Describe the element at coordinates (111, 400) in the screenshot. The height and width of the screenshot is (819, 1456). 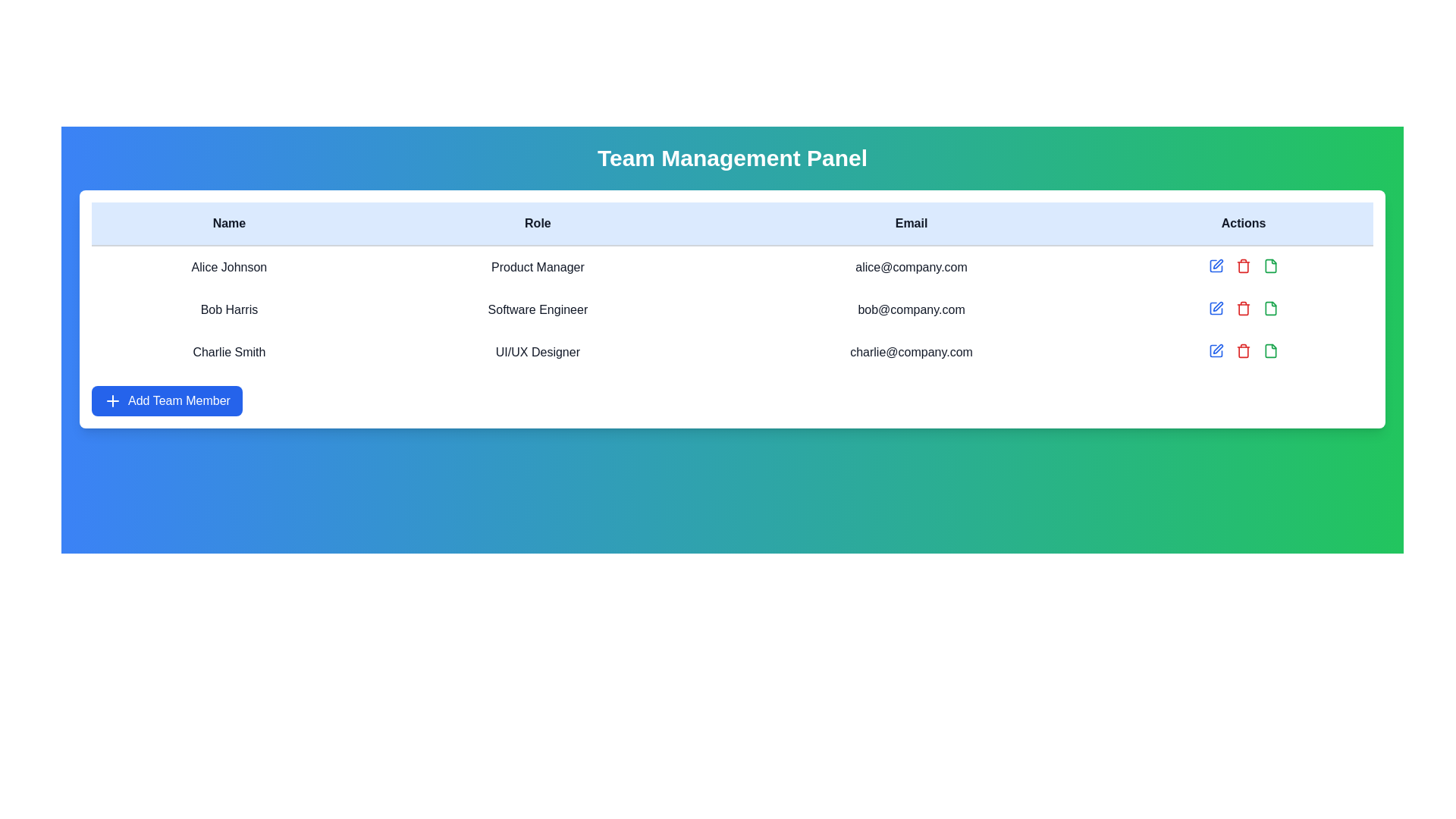
I see `the 'Add Team Member' icon located near the bottom left corner of the interface, just beneath the list of team members` at that location.